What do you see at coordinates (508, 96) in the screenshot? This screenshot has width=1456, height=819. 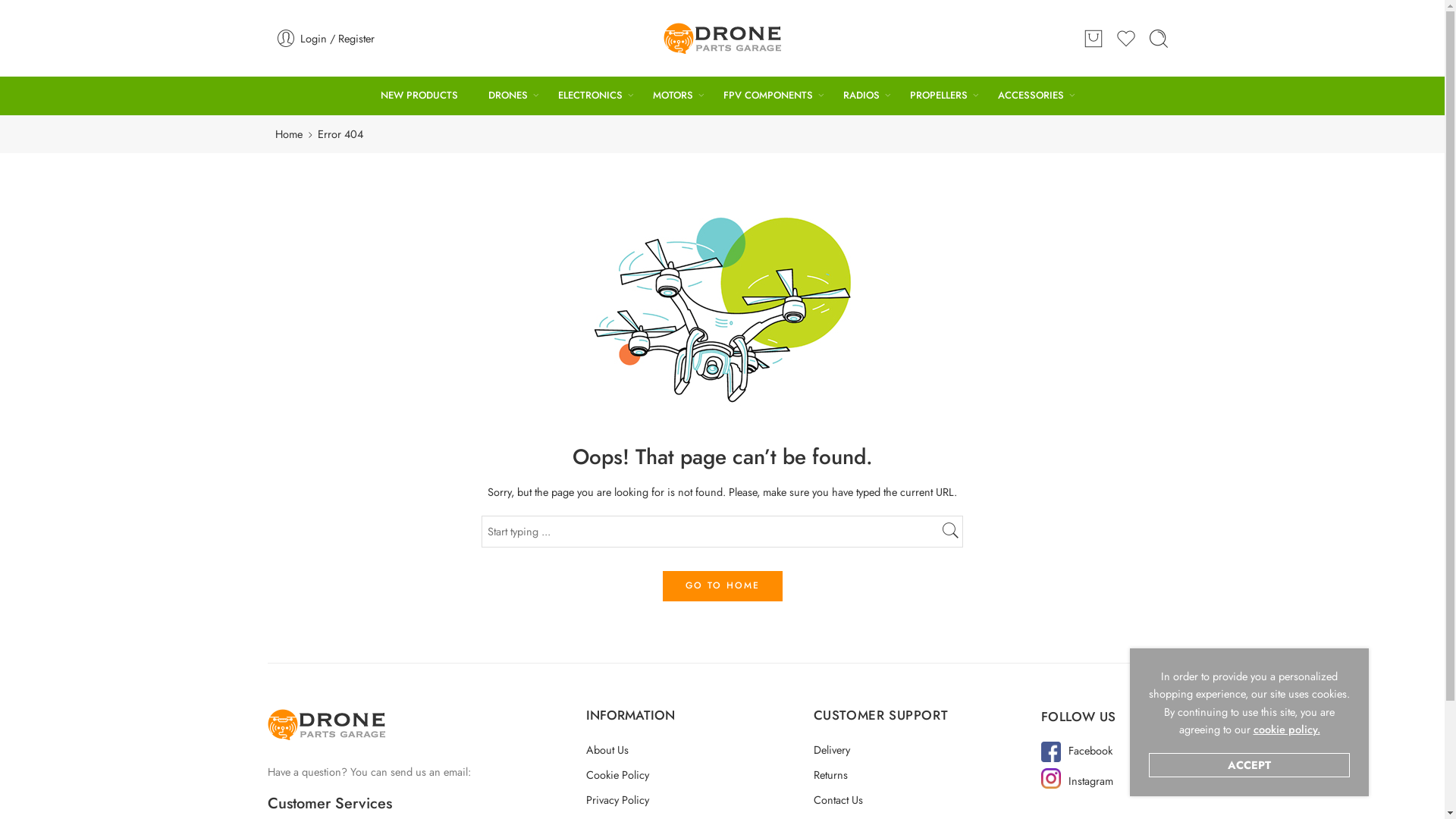 I see `'DRONES'` at bounding box center [508, 96].